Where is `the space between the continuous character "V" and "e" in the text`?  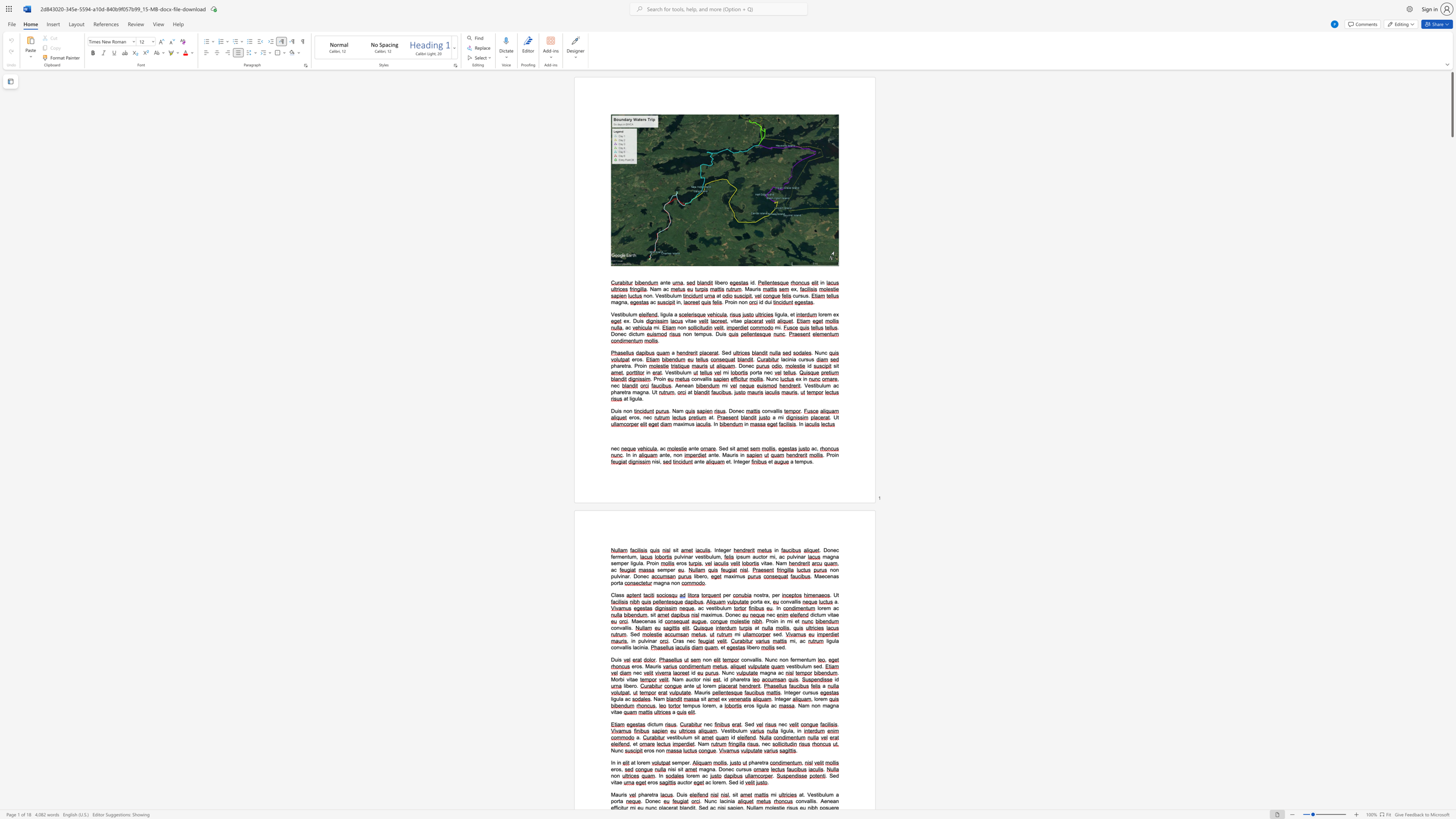
the space between the continuous character "V" and "e" in the text is located at coordinates (658, 295).